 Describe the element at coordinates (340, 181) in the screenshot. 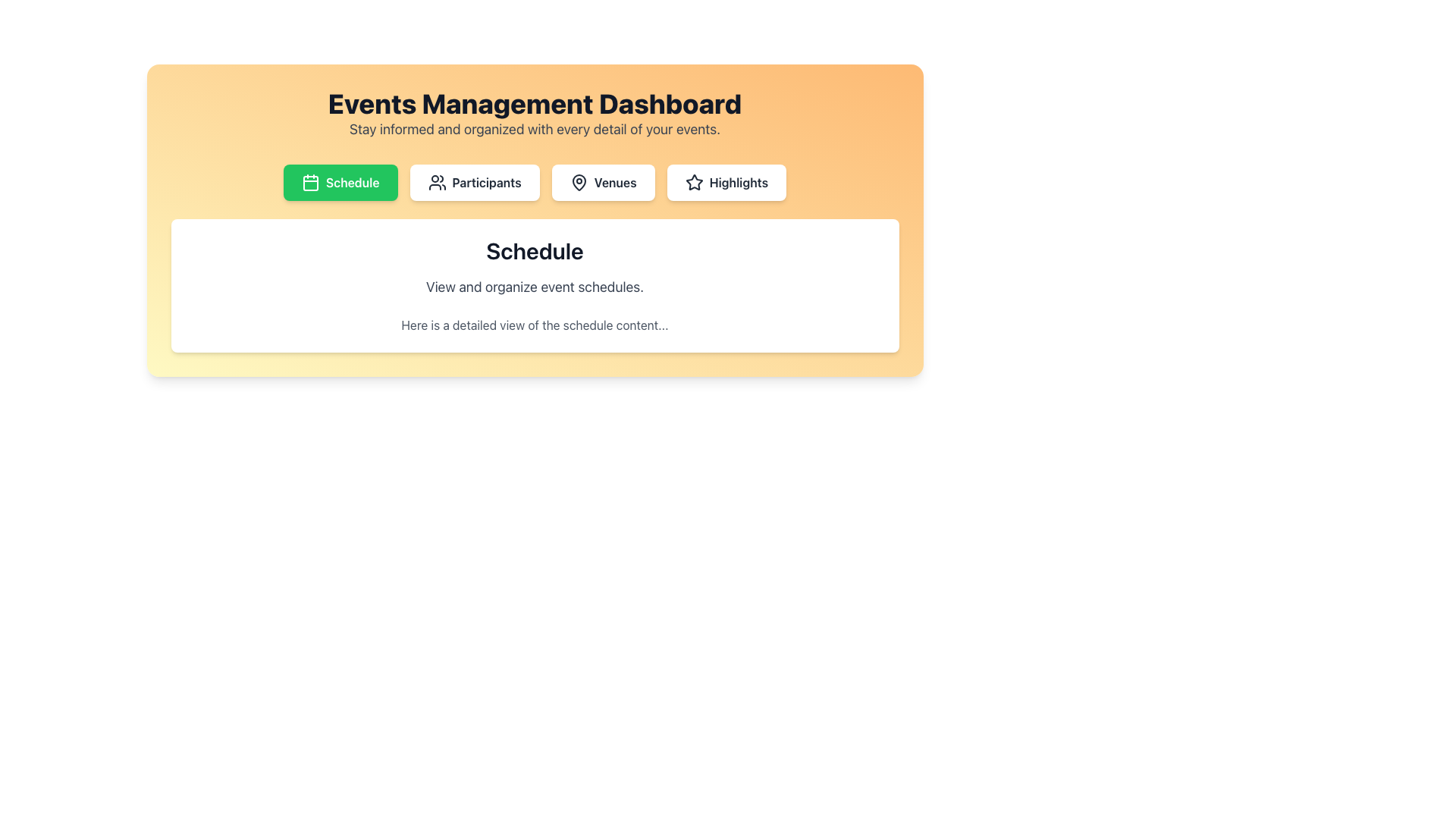

I see `the first button from the left in the header section` at that location.